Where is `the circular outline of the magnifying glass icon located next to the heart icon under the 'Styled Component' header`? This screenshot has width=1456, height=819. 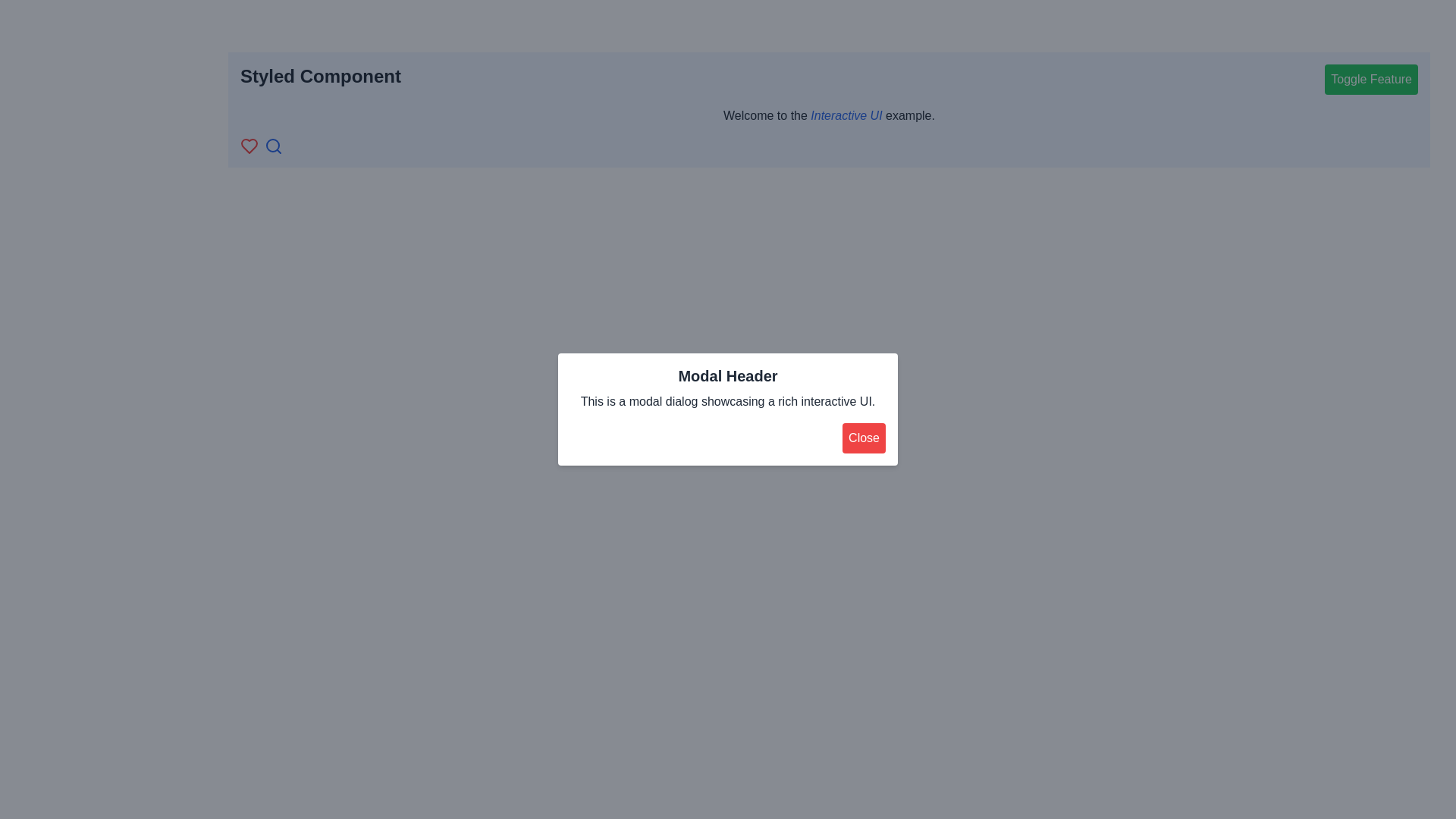 the circular outline of the magnifying glass icon located next to the heart icon under the 'Styled Component' header is located at coordinates (273, 146).